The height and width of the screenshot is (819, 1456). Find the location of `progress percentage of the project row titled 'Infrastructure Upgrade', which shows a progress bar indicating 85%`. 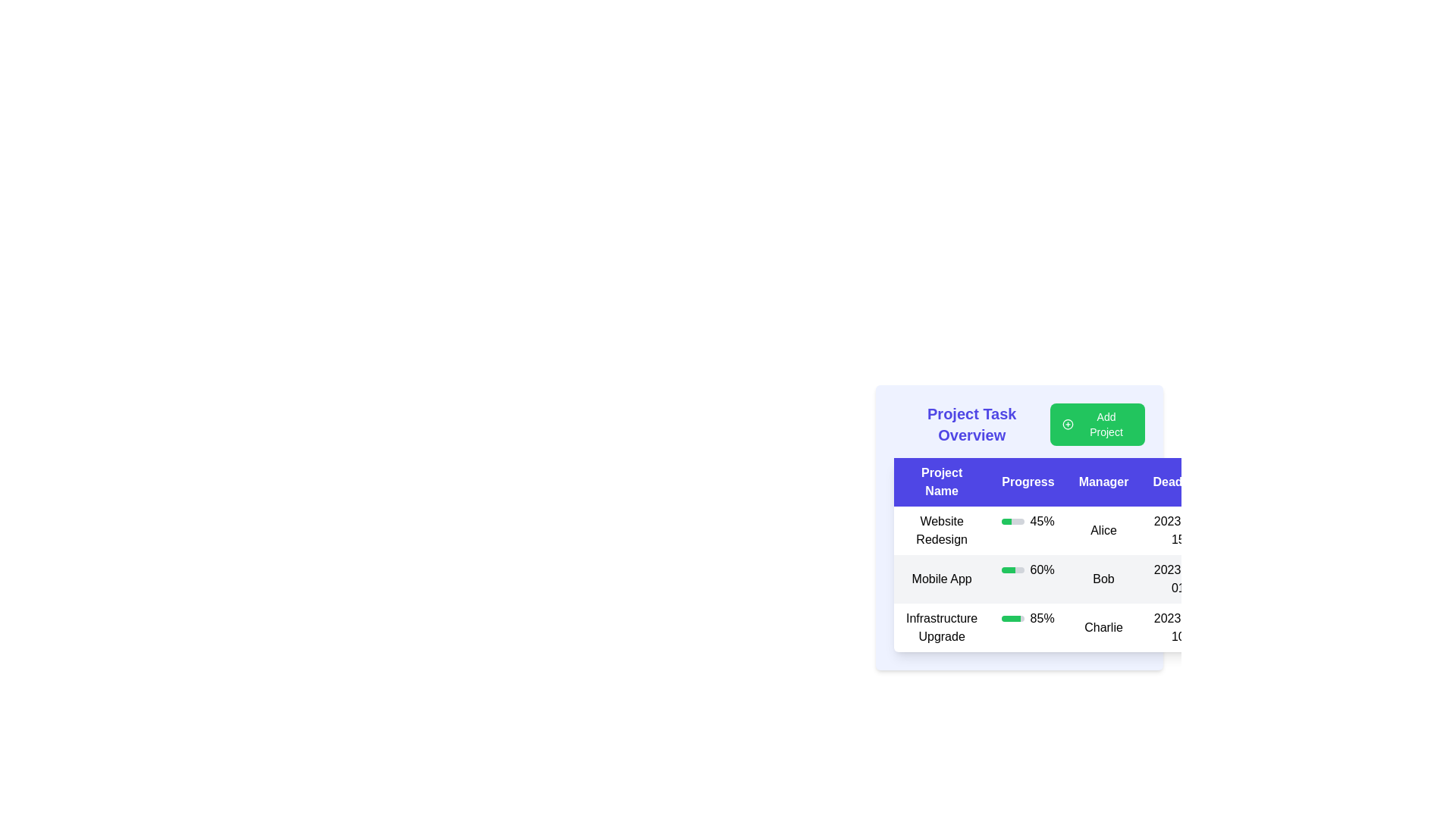

progress percentage of the project row titled 'Infrastructure Upgrade', which shows a progress bar indicating 85% is located at coordinates (1054, 628).